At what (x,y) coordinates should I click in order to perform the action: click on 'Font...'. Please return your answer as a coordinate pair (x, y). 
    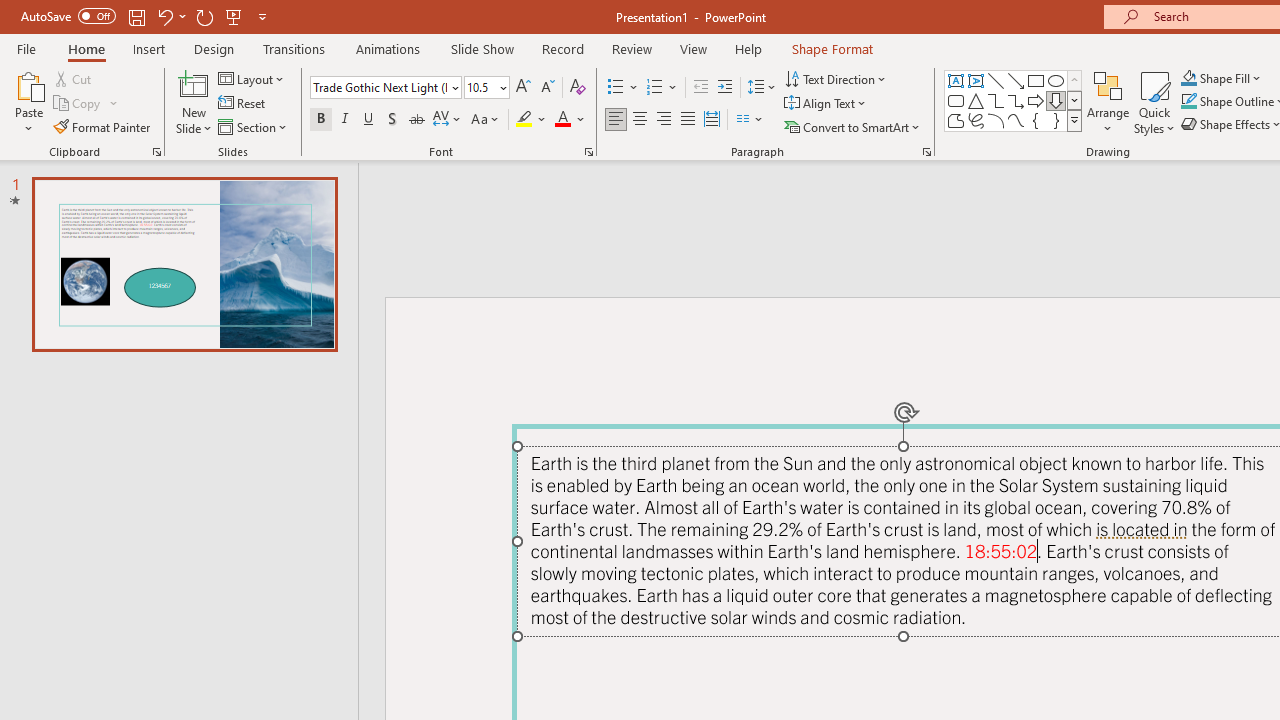
    Looking at the image, I should click on (587, 150).